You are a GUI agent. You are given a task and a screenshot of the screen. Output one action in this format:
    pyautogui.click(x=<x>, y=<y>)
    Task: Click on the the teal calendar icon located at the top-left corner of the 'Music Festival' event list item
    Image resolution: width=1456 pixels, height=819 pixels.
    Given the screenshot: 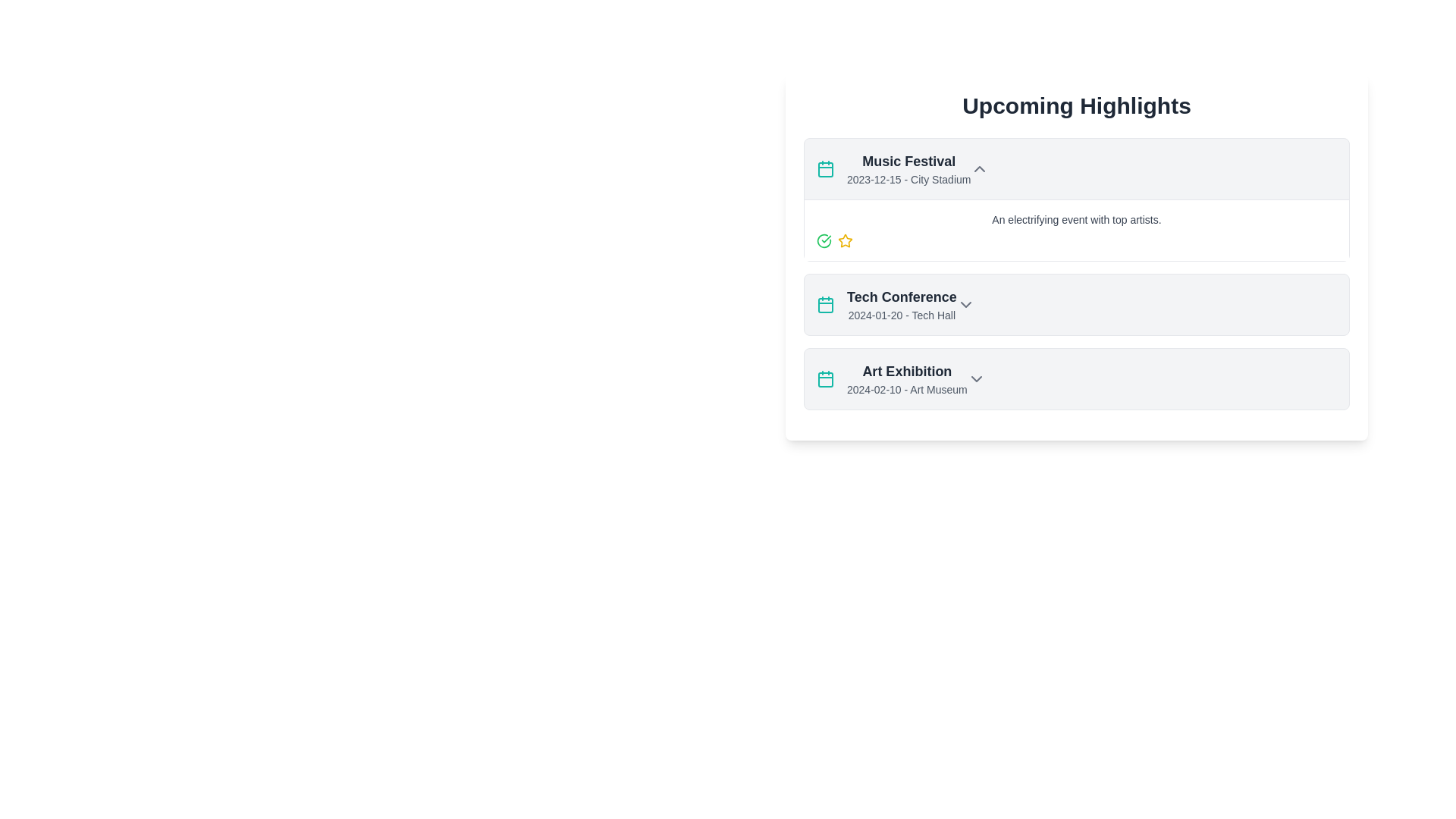 What is the action you would take?
    pyautogui.click(x=825, y=379)
    